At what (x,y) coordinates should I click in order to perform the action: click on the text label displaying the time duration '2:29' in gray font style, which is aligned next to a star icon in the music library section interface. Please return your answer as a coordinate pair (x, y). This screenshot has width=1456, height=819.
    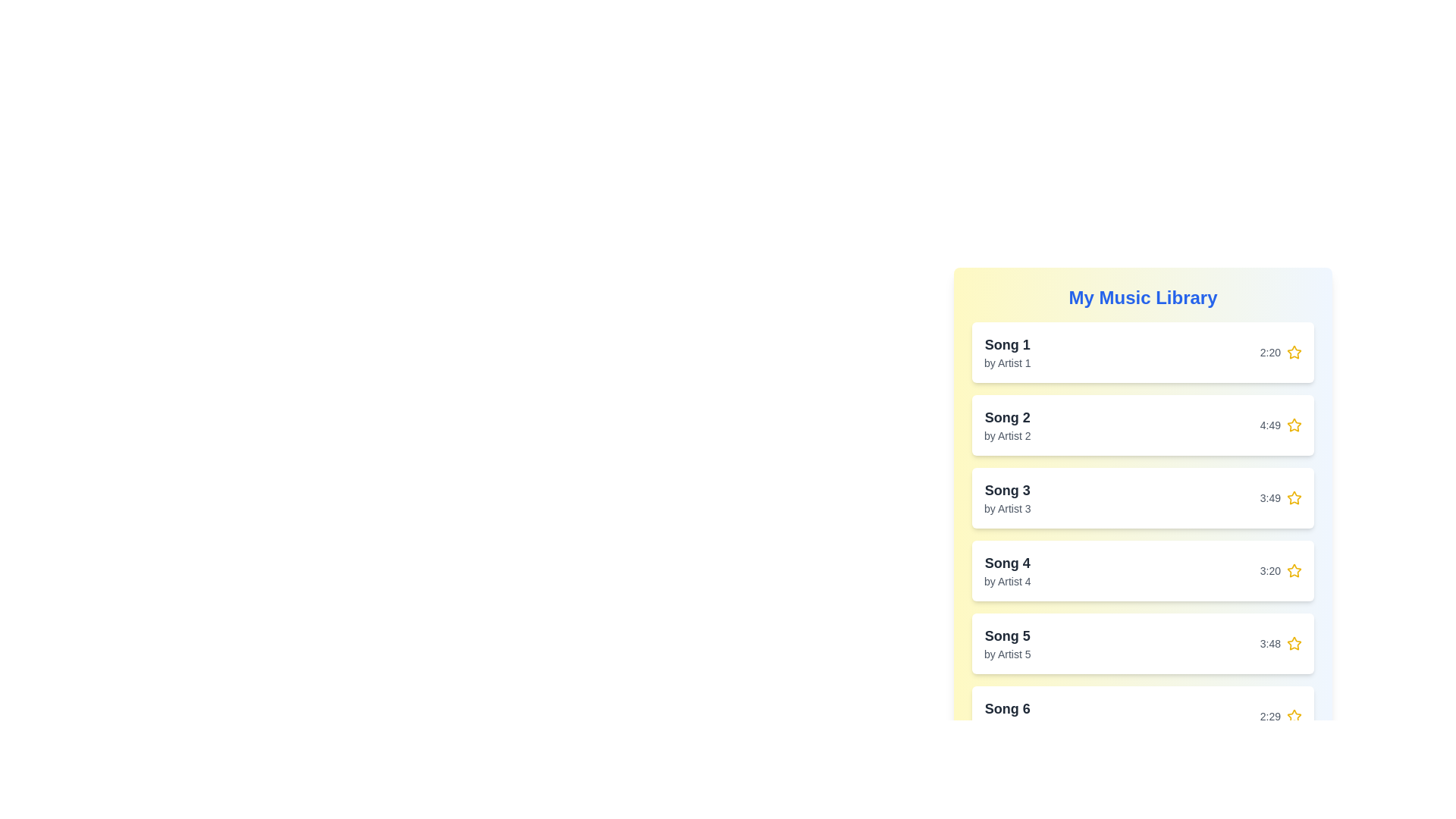
    Looking at the image, I should click on (1270, 717).